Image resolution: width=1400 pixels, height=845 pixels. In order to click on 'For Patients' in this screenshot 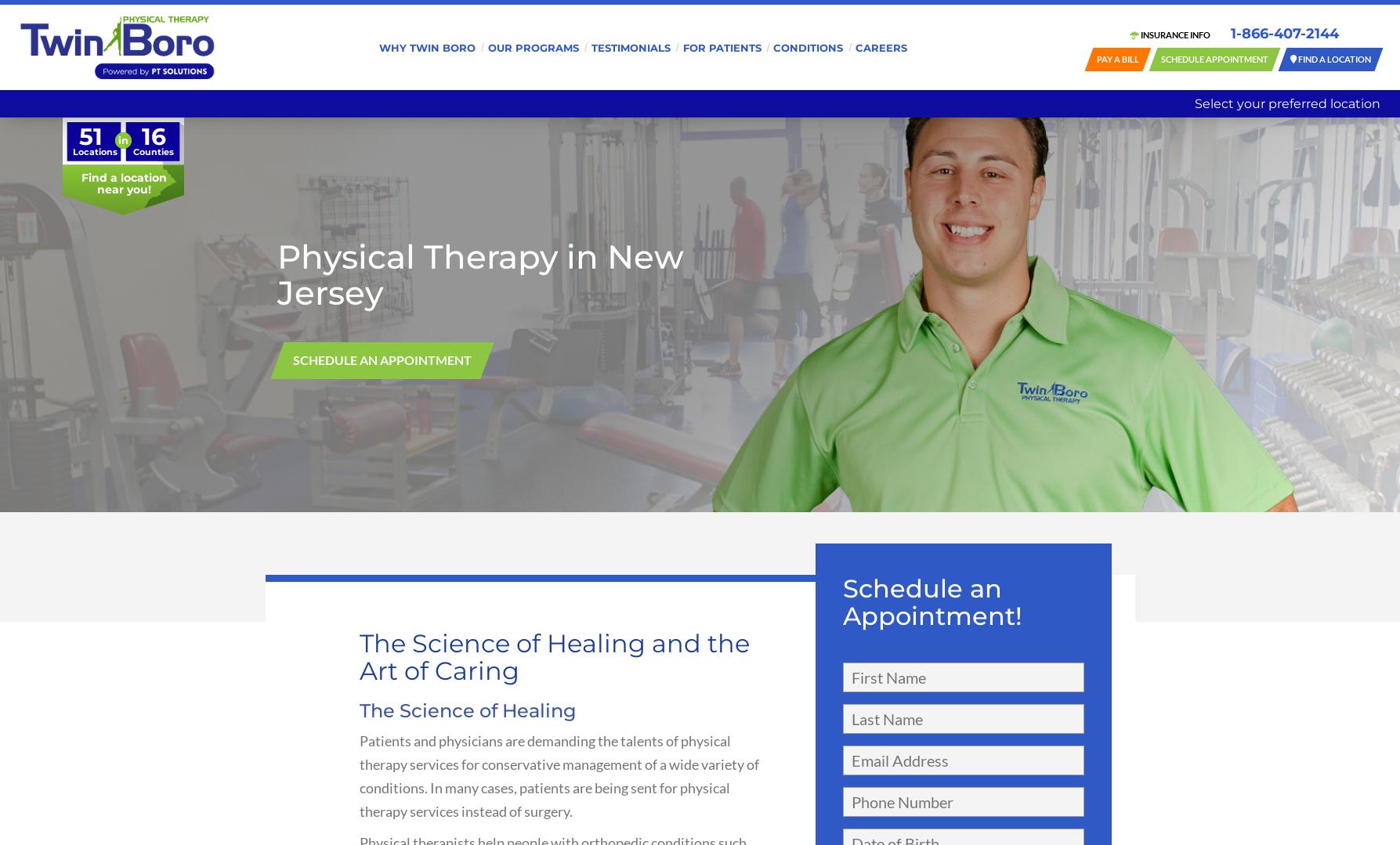, I will do `click(721, 45)`.